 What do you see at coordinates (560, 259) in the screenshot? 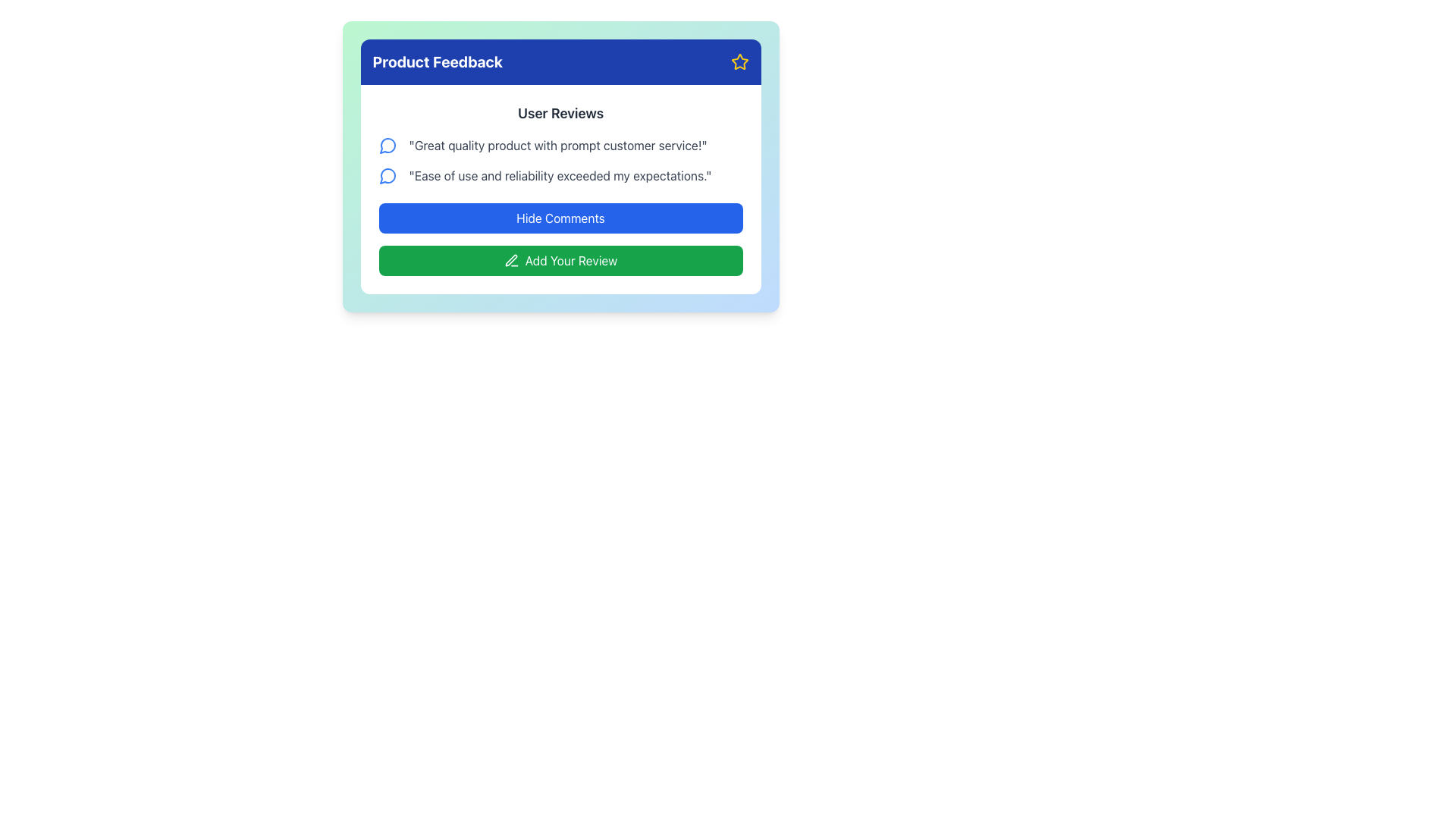
I see `the green button labeled 'Add Your Review' located at the bottom of the reviews card to initiate the review addition process` at bounding box center [560, 259].